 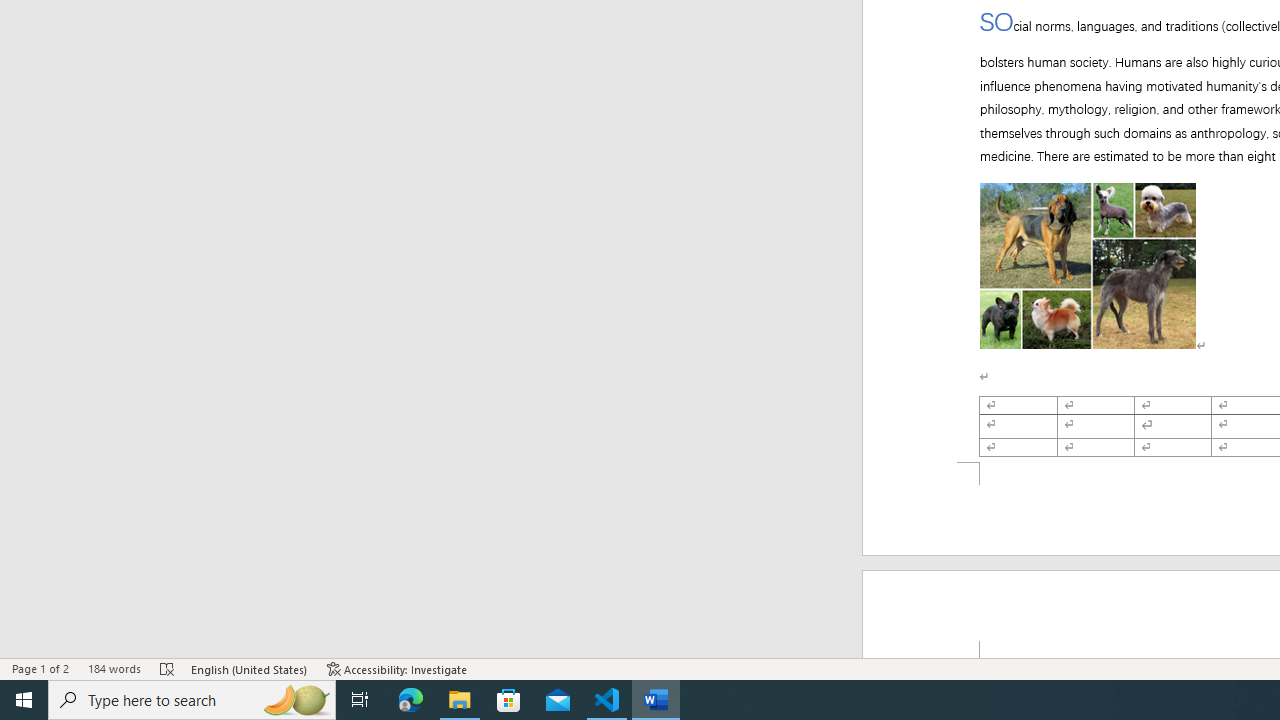 I want to click on 'Task View', so click(x=359, y=698).